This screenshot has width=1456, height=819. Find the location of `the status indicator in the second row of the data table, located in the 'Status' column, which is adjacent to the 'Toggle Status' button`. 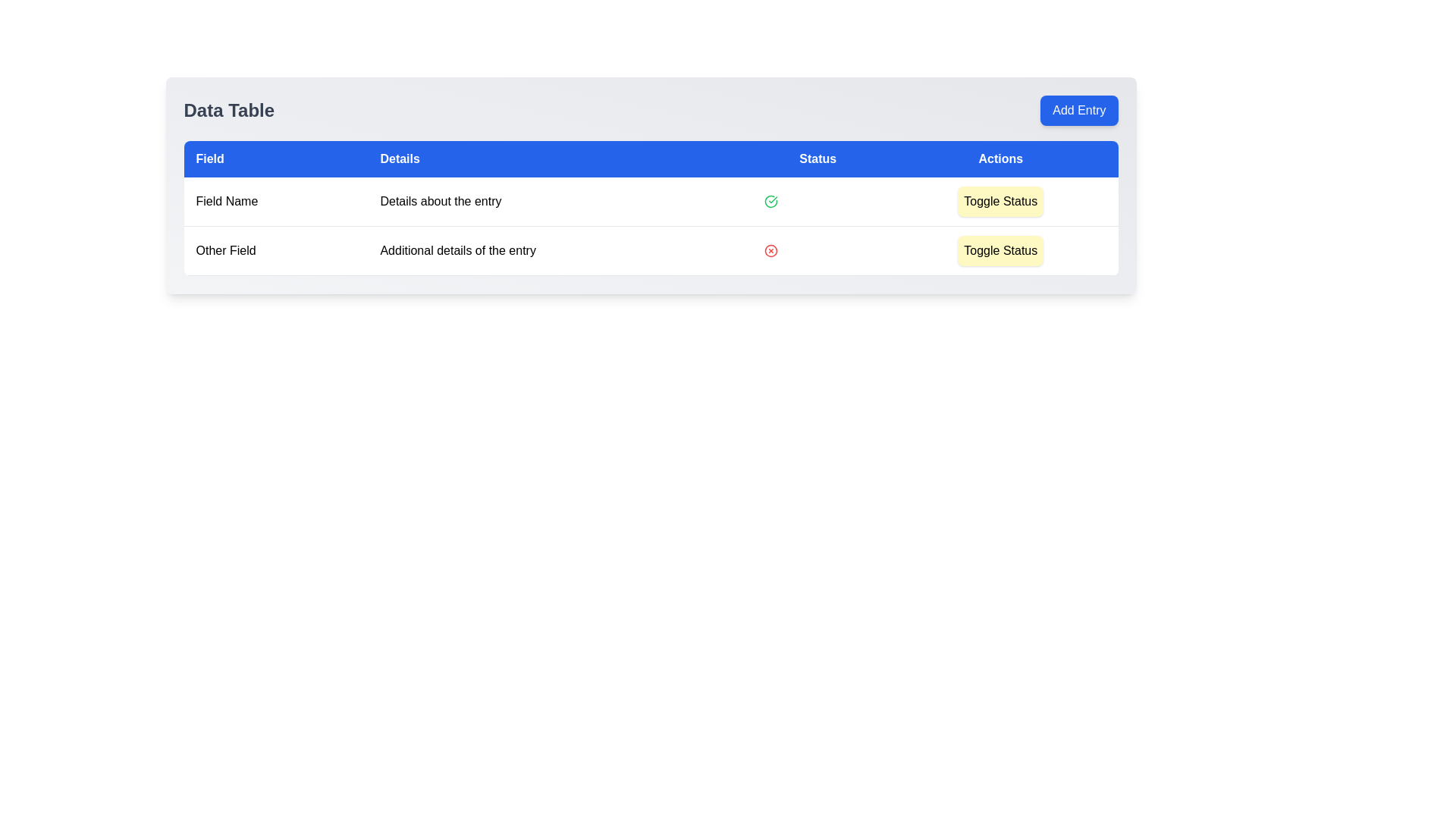

the status indicator in the second row of the data table, located in the 'Status' column, which is adjacent to the 'Toggle Status' button is located at coordinates (817, 250).